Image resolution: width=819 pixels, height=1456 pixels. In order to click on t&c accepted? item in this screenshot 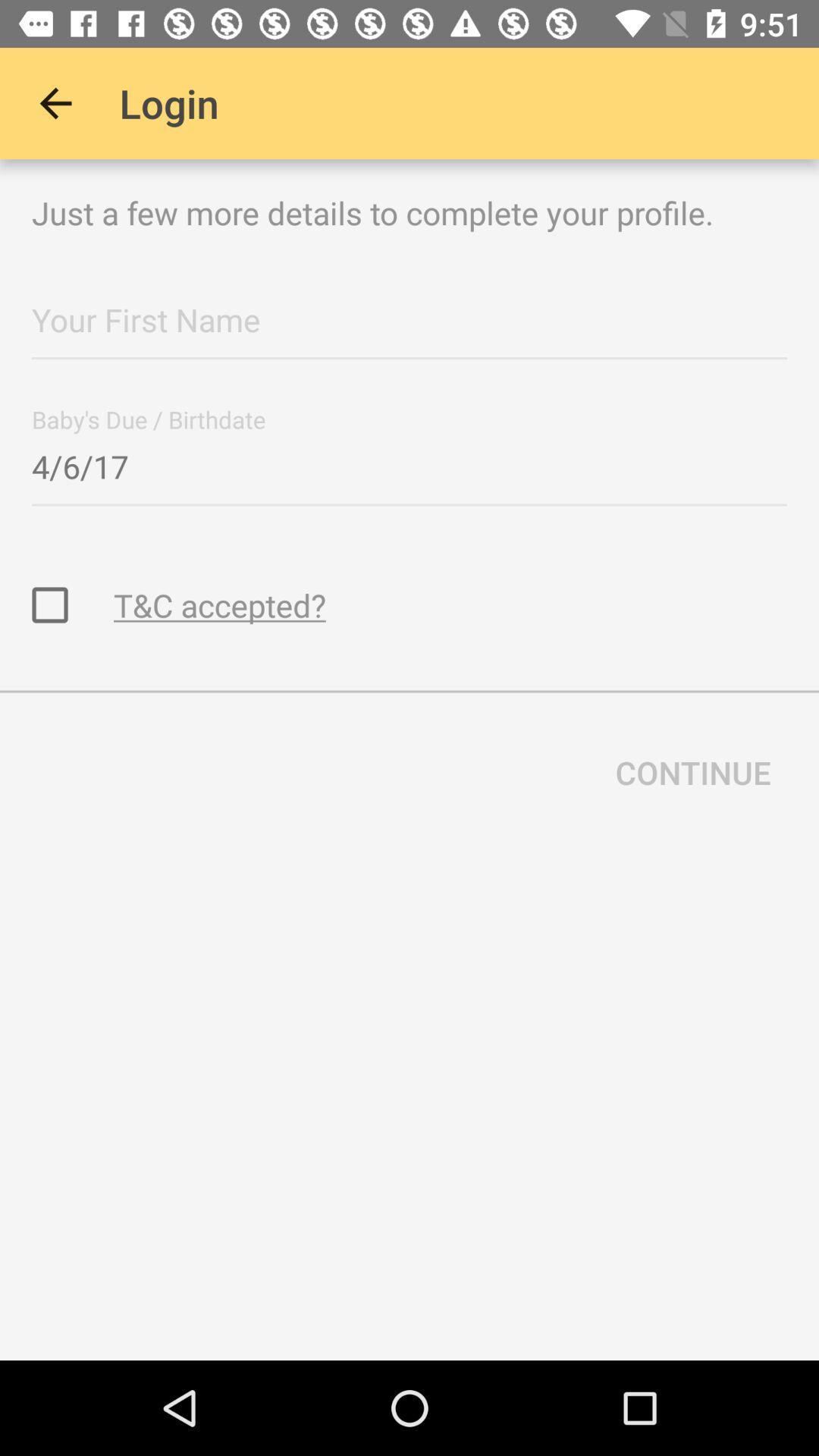, I will do `click(219, 604)`.